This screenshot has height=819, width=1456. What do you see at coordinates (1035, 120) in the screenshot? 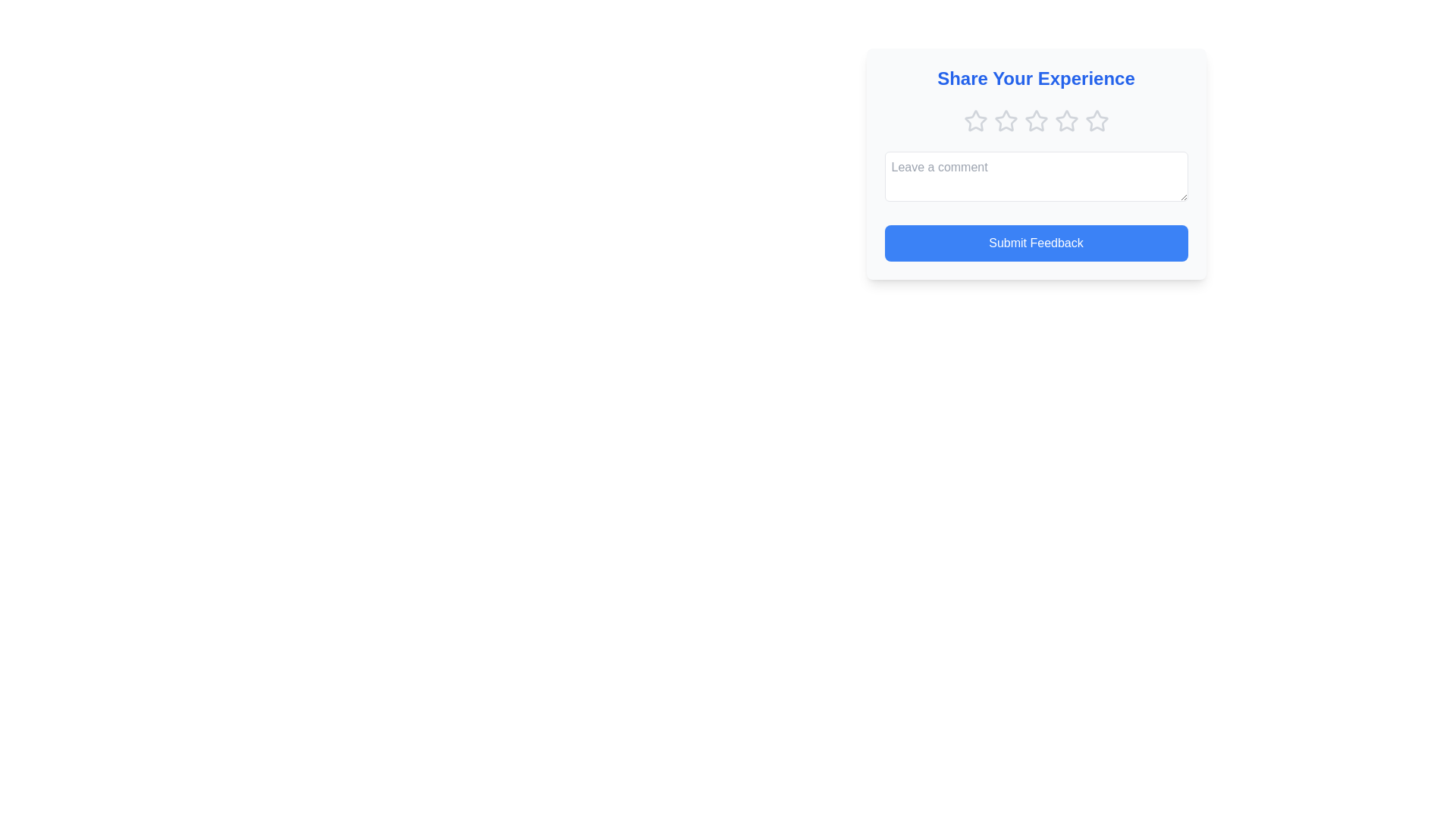
I see `the central star in the rating stars group located below the heading 'Share Your Experience'` at bounding box center [1035, 120].